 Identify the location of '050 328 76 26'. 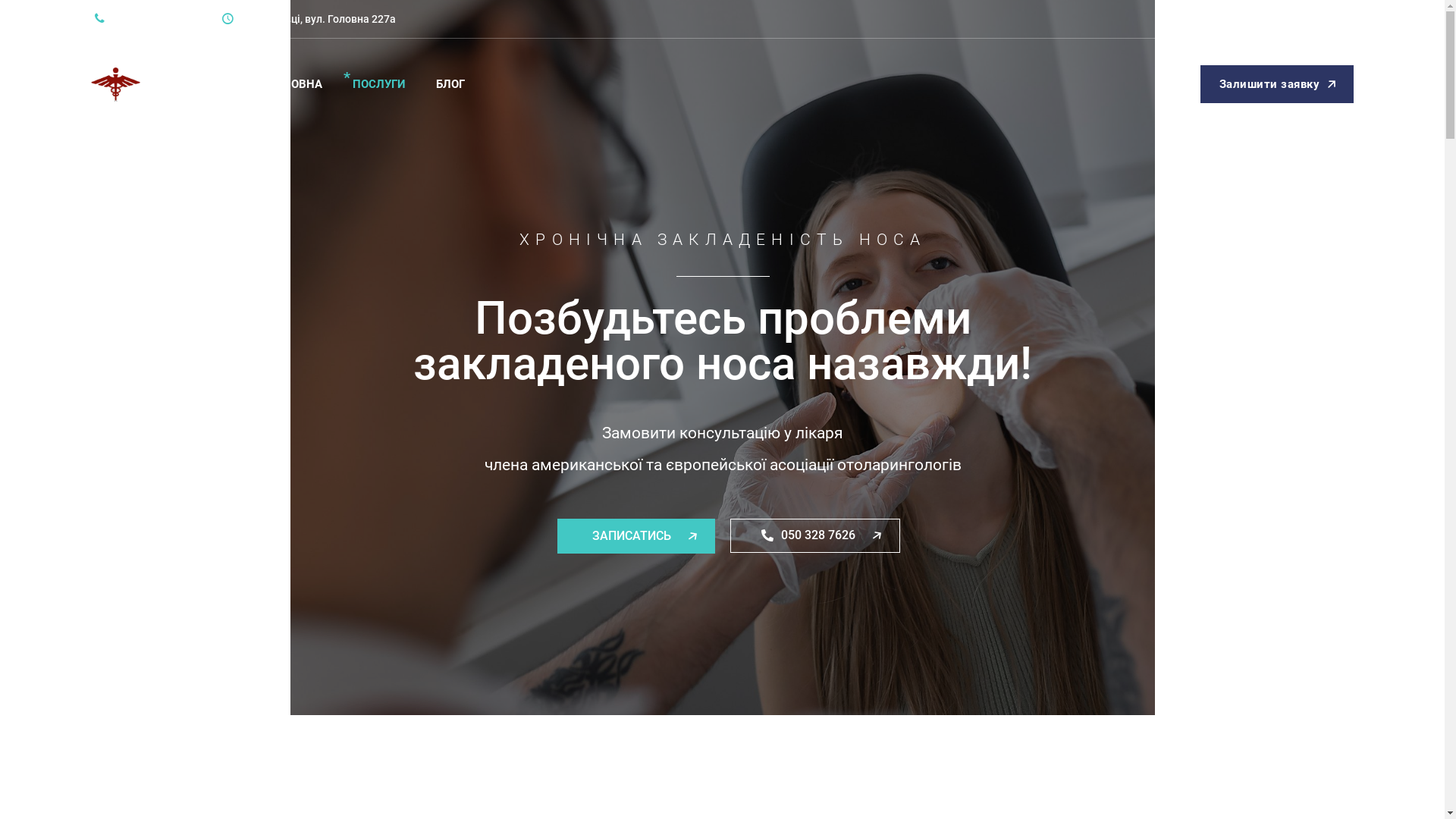
(136, 18).